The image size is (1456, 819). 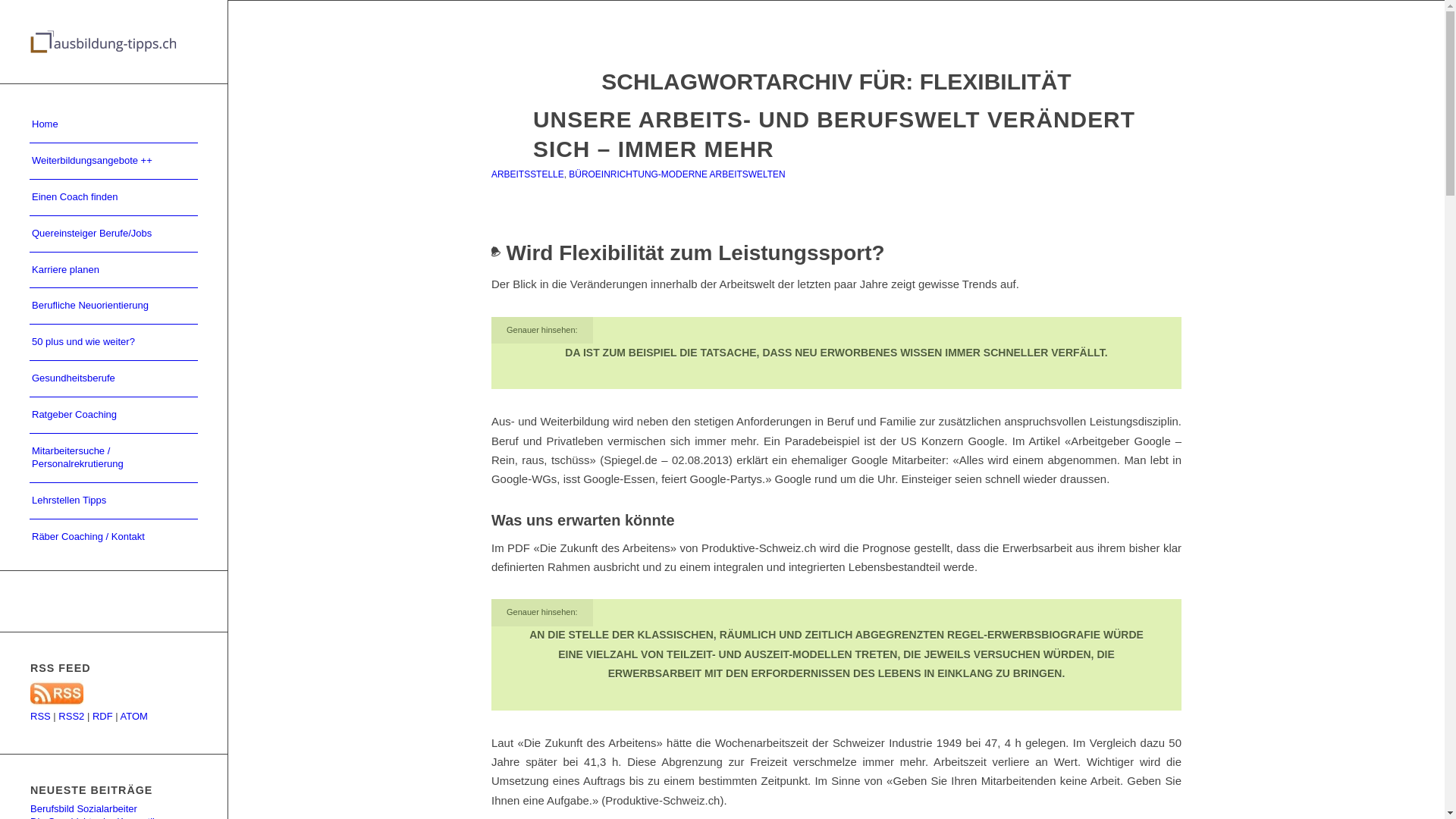 What do you see at coordinates (71, 716) in the screenshot?
I see `'RSS2'` at bounding box center [71, 716].